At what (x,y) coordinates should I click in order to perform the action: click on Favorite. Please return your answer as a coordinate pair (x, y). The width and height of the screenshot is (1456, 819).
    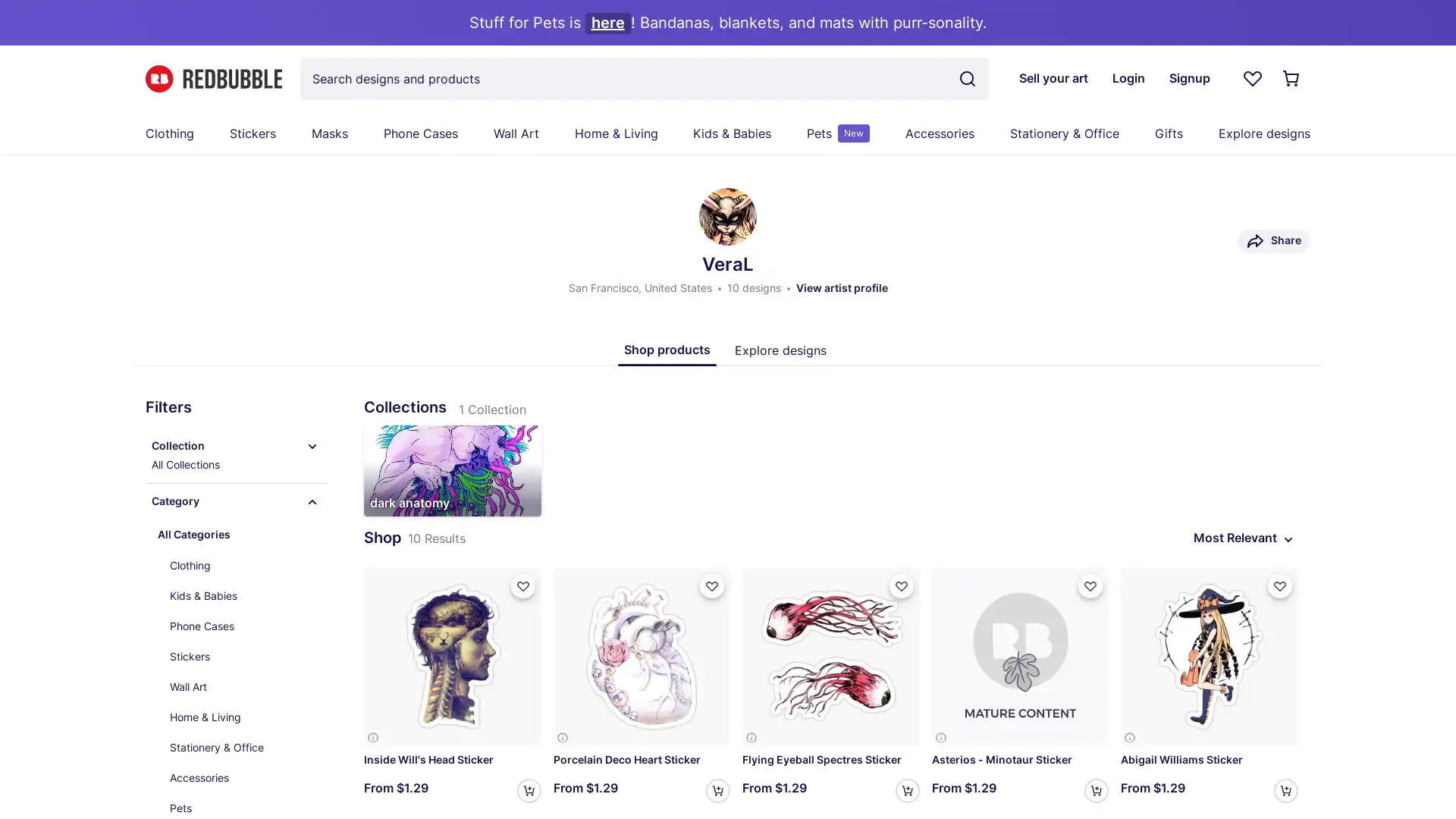
    Looking at the image, I should click on (1279, 585).